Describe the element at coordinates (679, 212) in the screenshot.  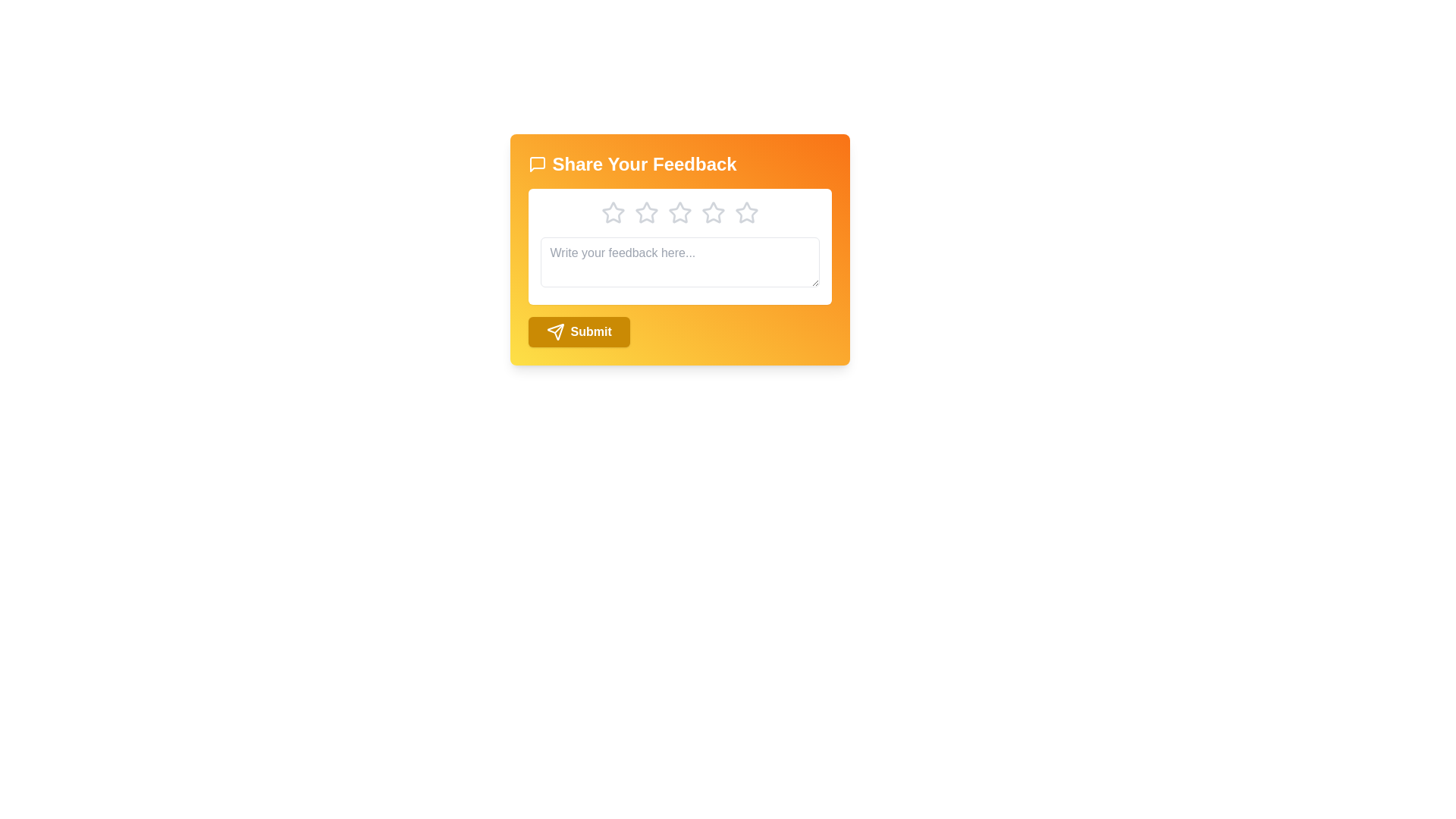
I see `on the second star icon in the interactive rating control` at that location.